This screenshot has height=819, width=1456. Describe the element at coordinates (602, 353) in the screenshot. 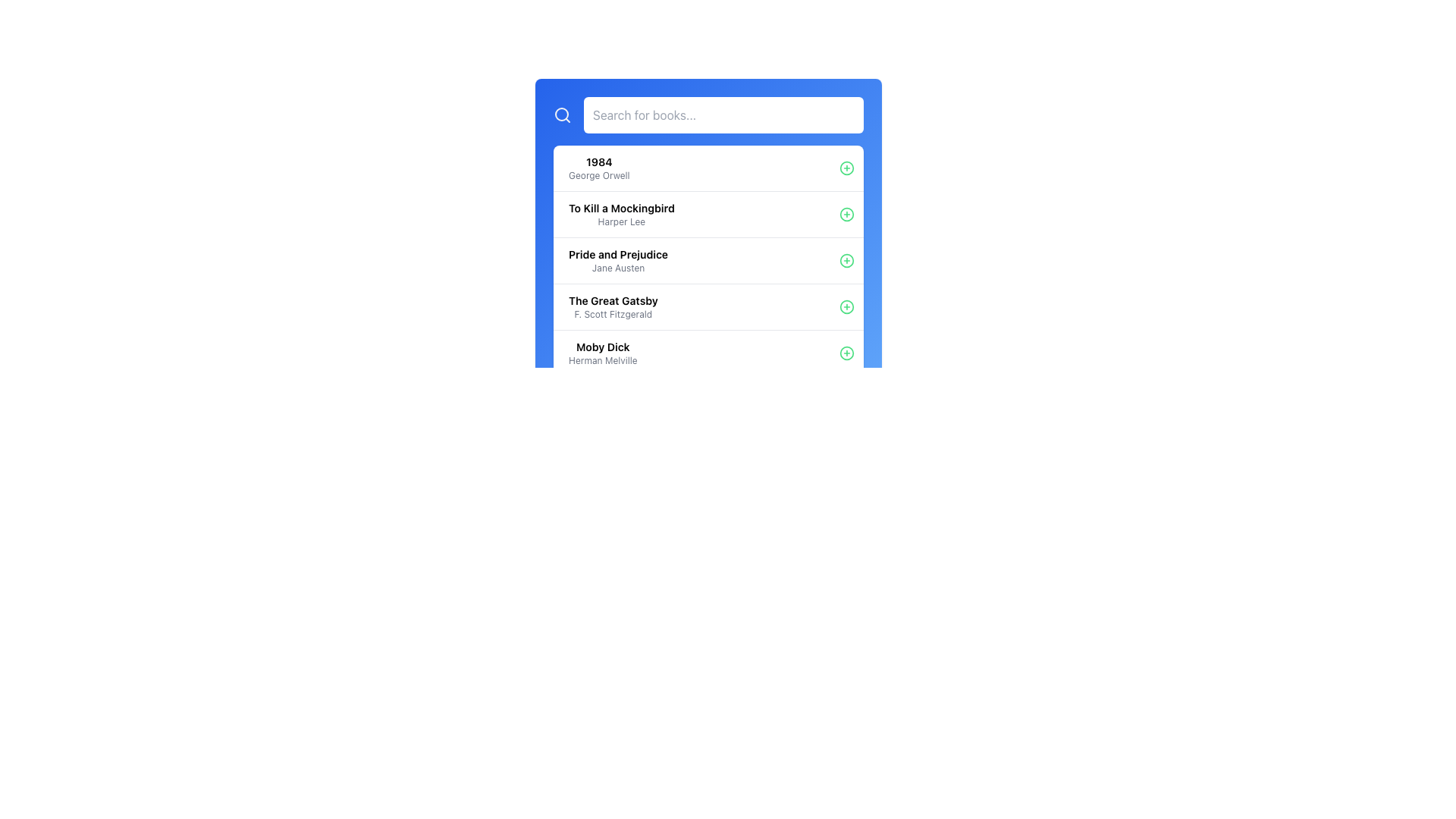

I see `the Text Display element showing the title 'Moby Dick' and author 'Herman Melville', which is positioned fifth in the list under a blue header with a search bar and has a plus icon as a sibling to its right` at that location.